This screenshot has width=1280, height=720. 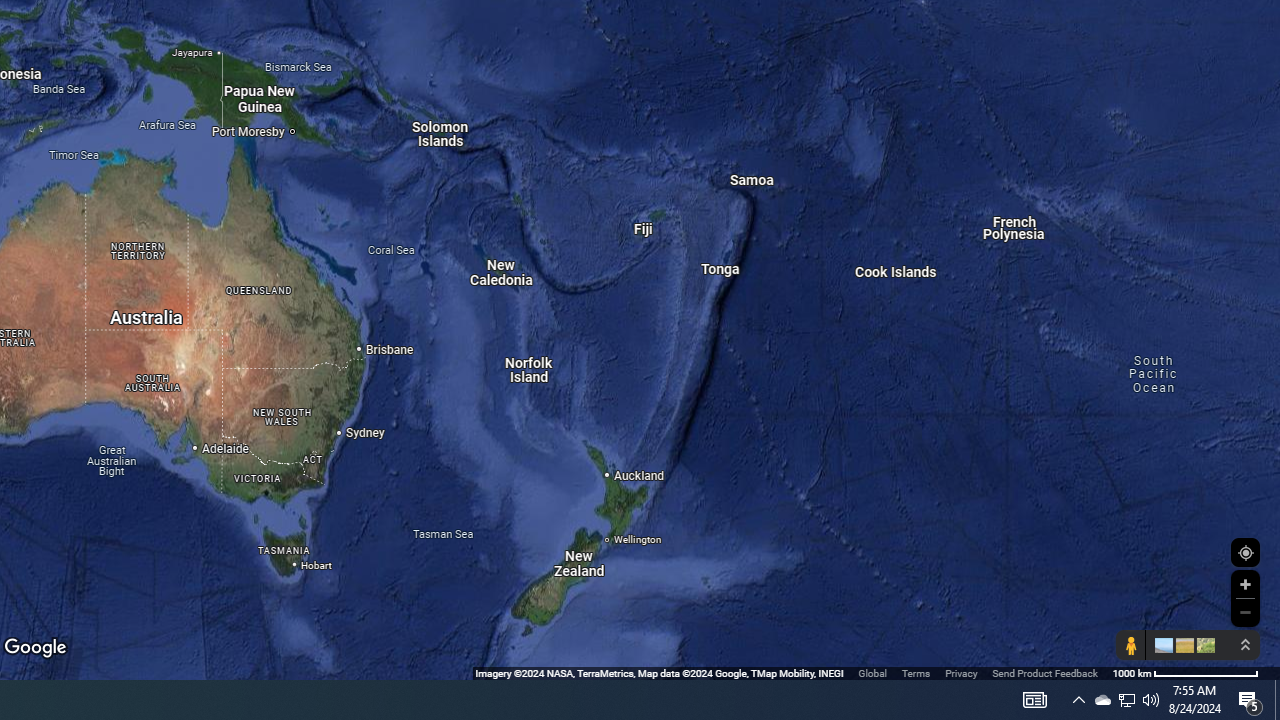 I want to click on 'Global', so click(x=872, y=673).